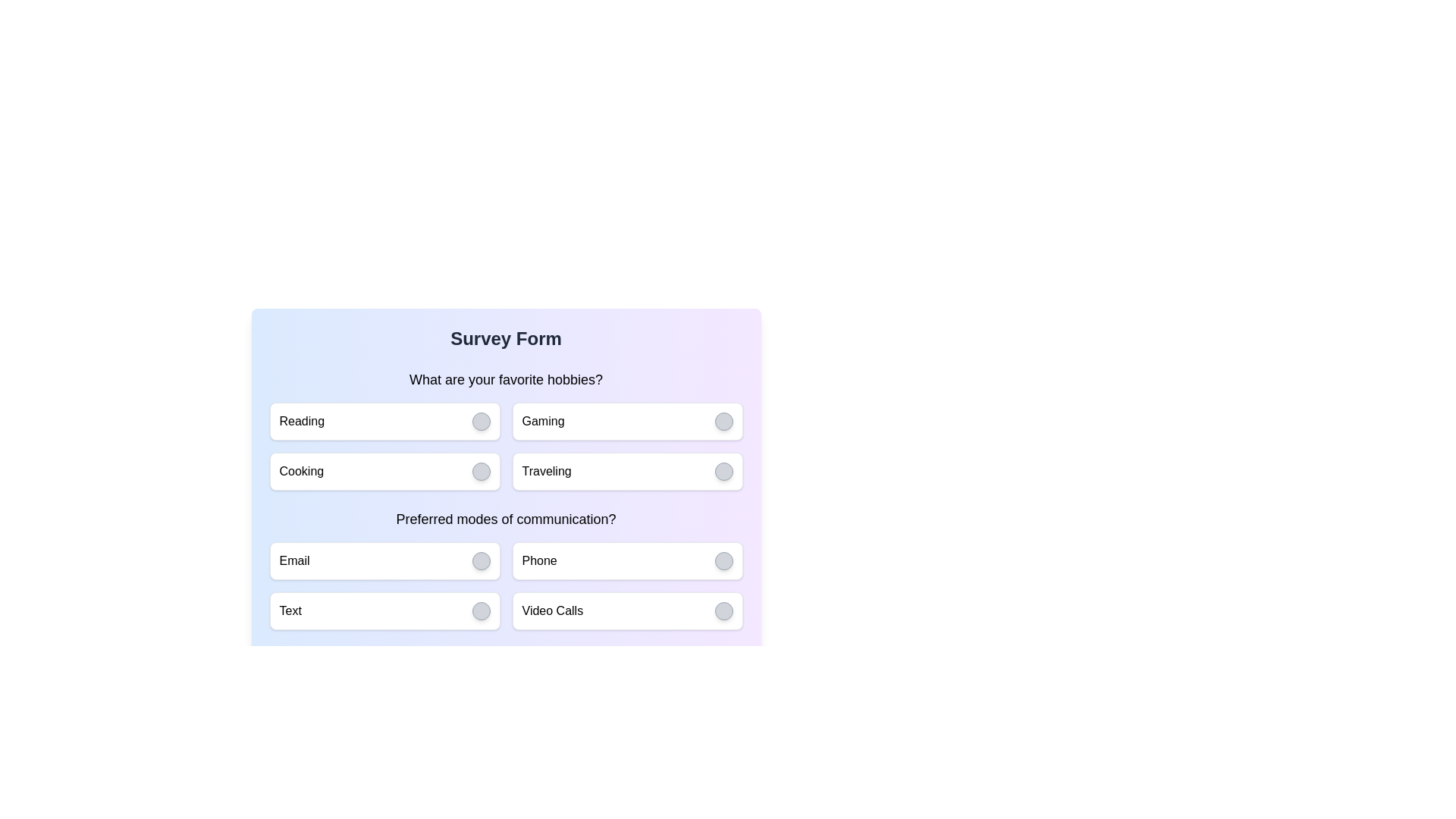 Image resolution: width=1456 pixels, height=819 pixels. Describe the element at coordinates (290, 610) in the screenshot. I see `the Text Label that provides context for the selection option in the 'Preferred modes of communication?' section, located at the bottom left of the form` at that location.